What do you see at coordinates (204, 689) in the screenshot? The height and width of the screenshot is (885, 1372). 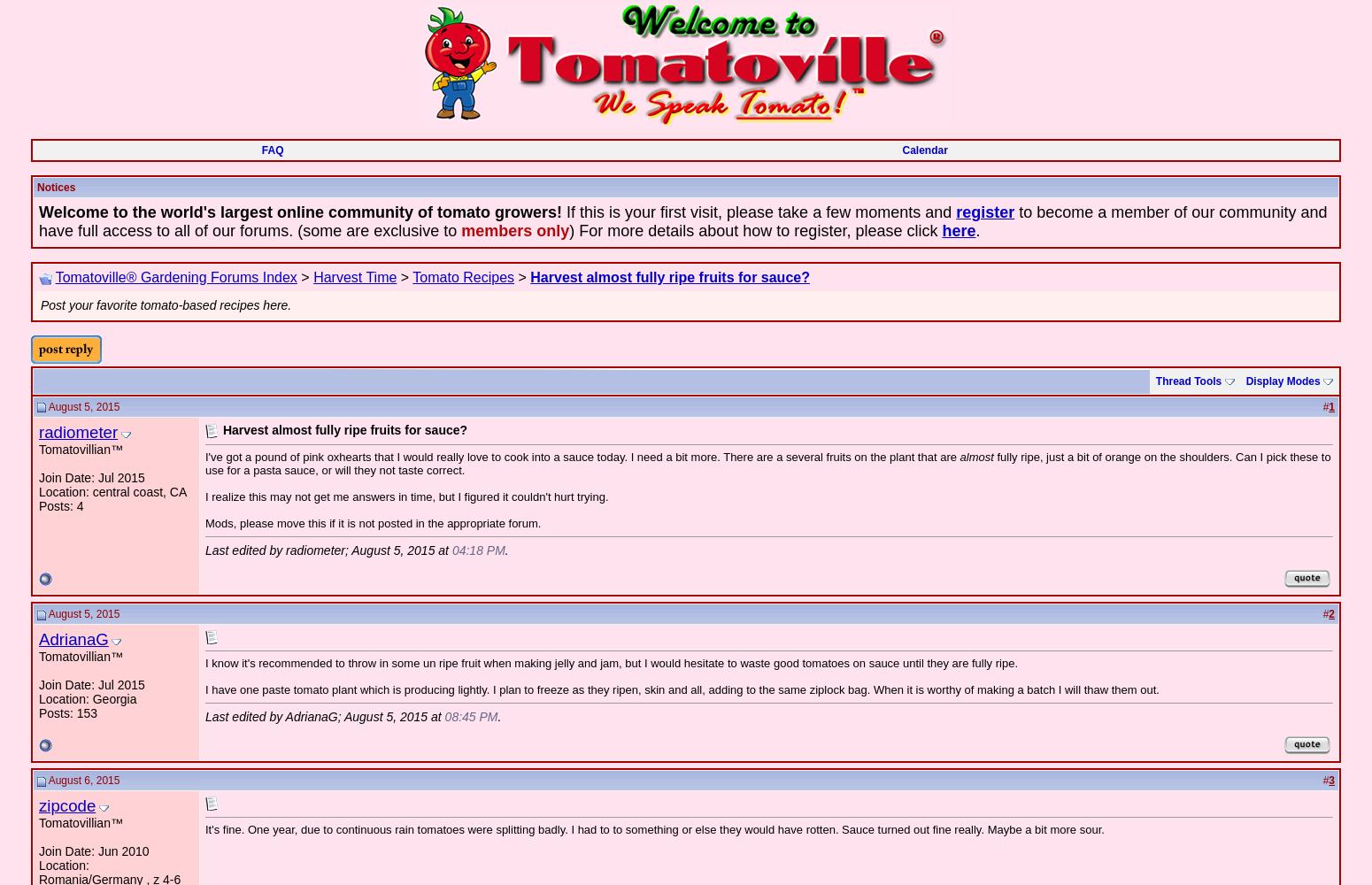 I see `'I have one paste tomato plant which is producing lightly.  I plan to freeze as they ripen, skin and all, adding to the same ziplock bag.  When it is worthy of making a batch I will thaw them out.'` at bounding box center [204, 689].